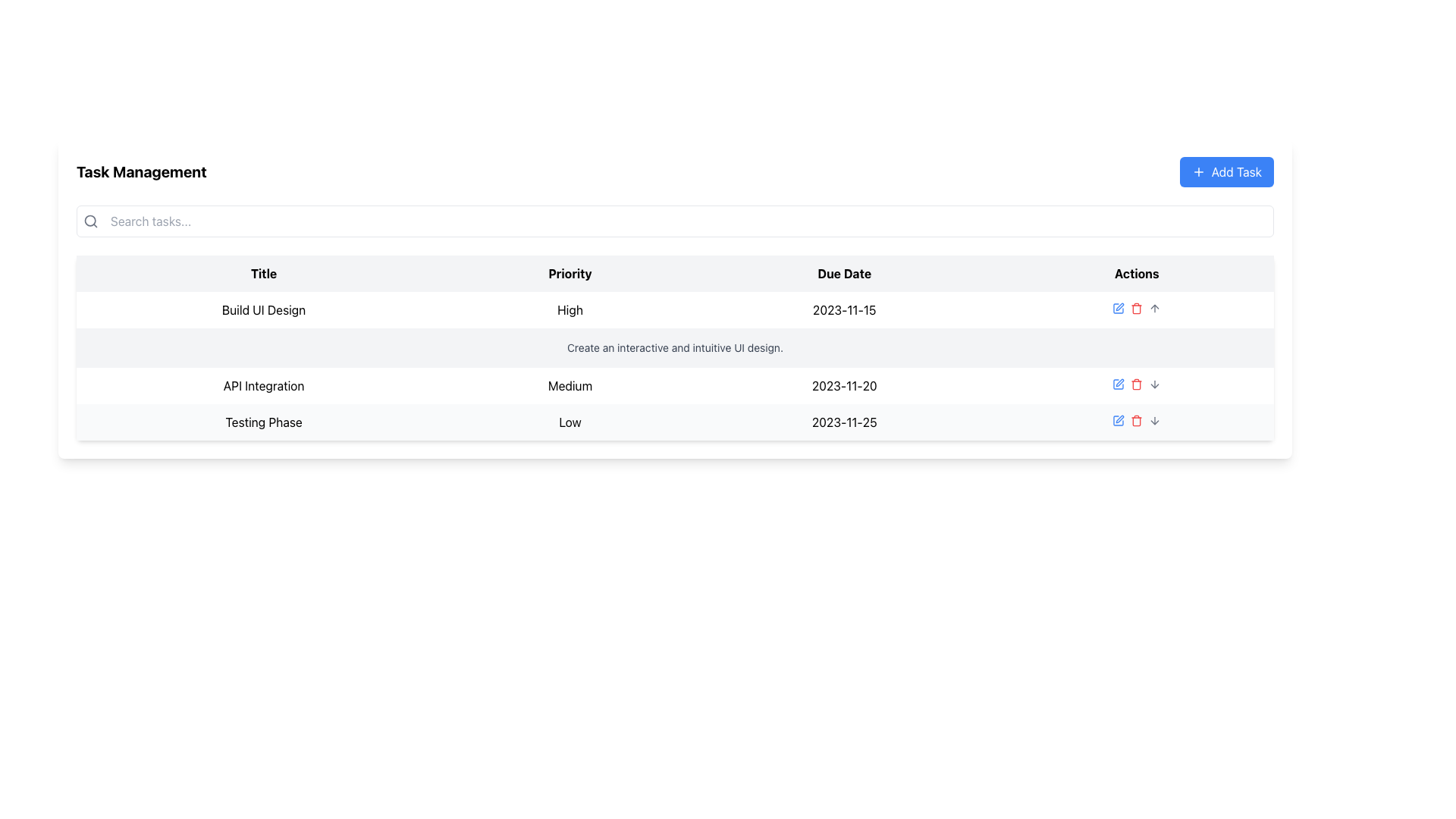  Describe the element at coordinates (570, 309) in the screenshot. I see `the priority label for the task 'Build UI Design' located in the second column of the table` at that location.